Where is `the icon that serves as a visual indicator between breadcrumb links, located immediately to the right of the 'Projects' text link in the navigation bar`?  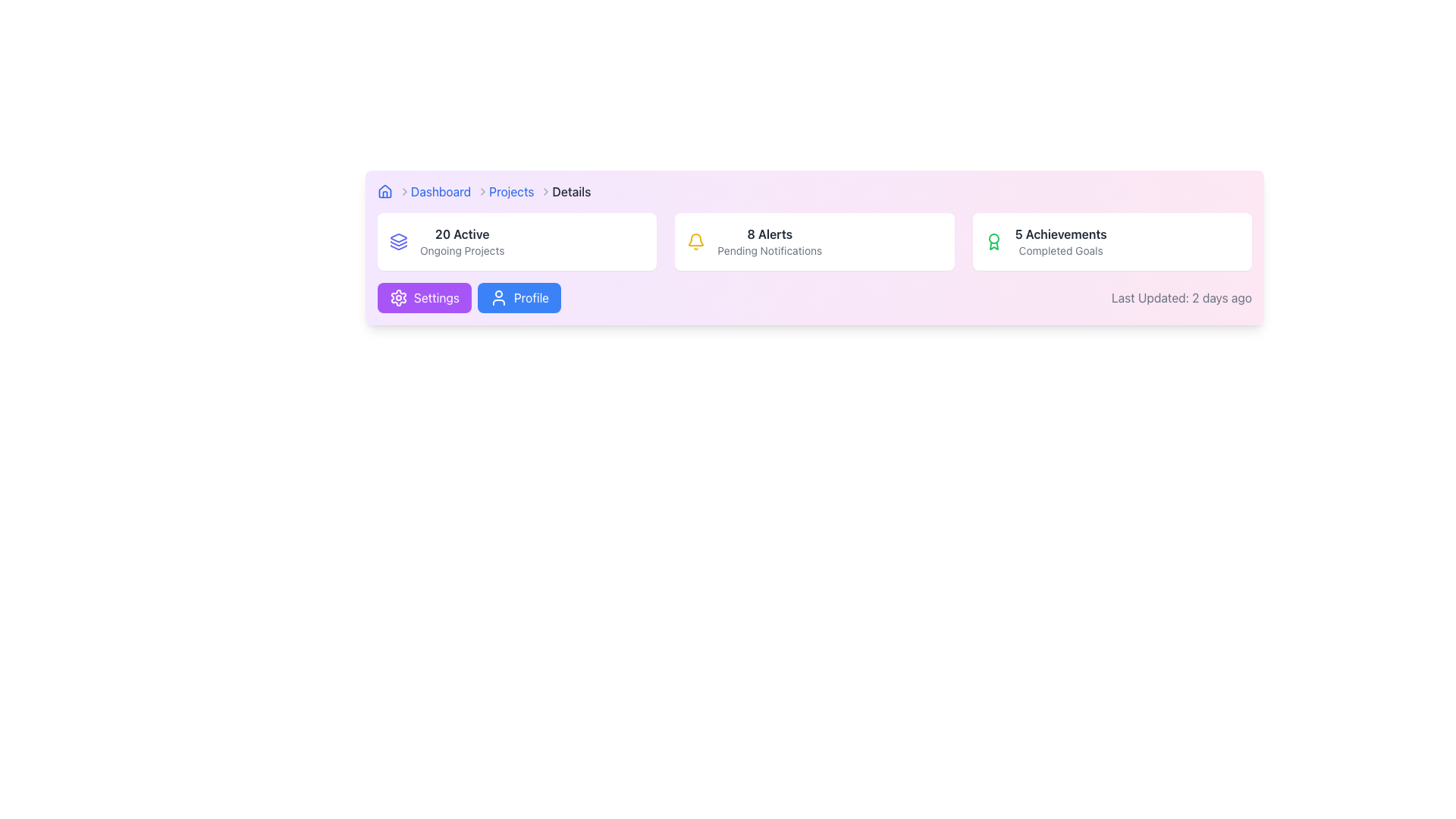
the icon that serves as a visual indicator between breadcrumb links, located immediately to the right of the 'Projects' text link in the navigation bar is located at coordinates (546, 191).